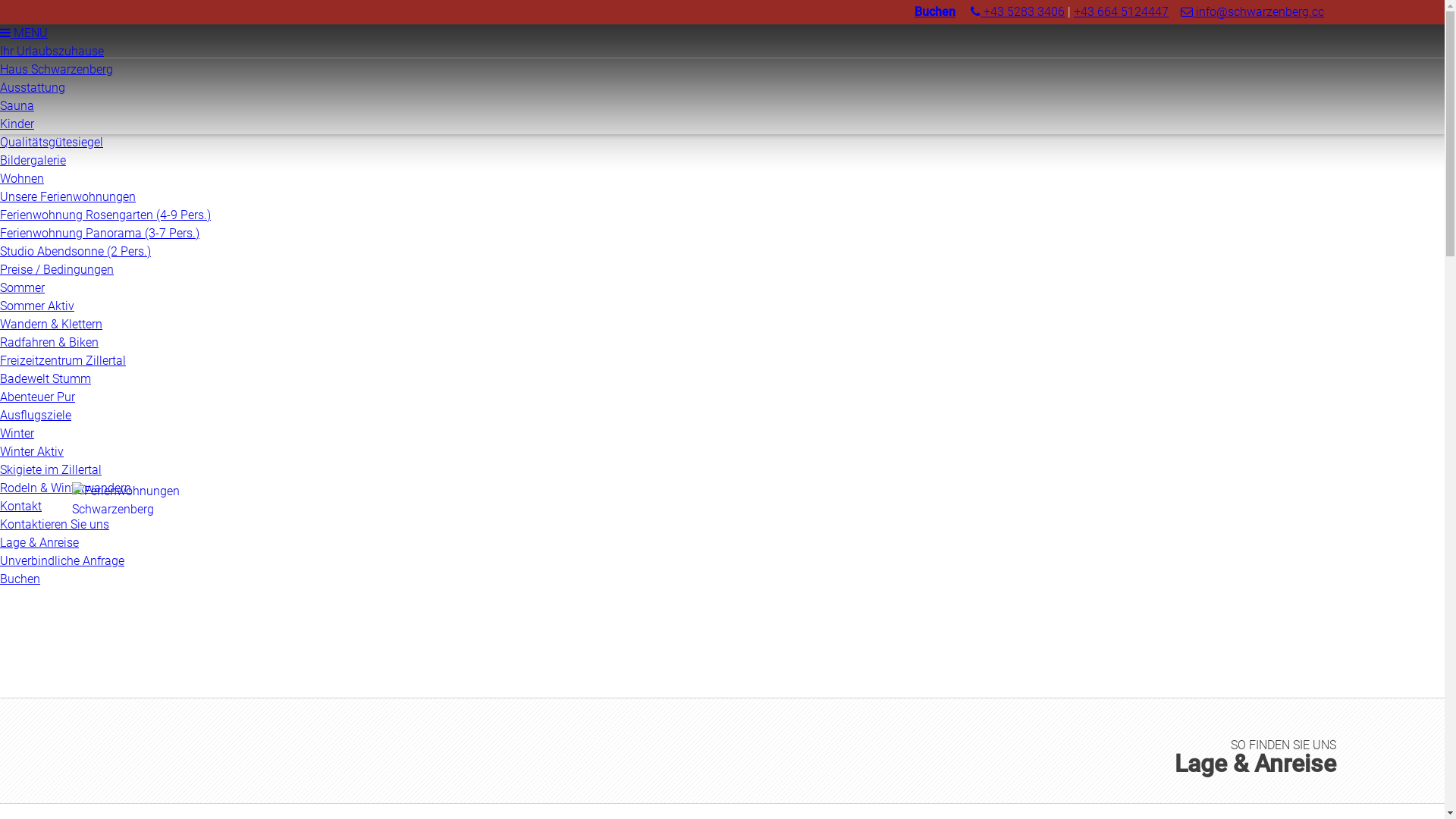 Image resolution: width=1456 pixels, height=819 pixels. What do you see at coordinates (33, 160) in the screenshot?
I see `'Bildergalerie'` at bounding box center [33, 160].